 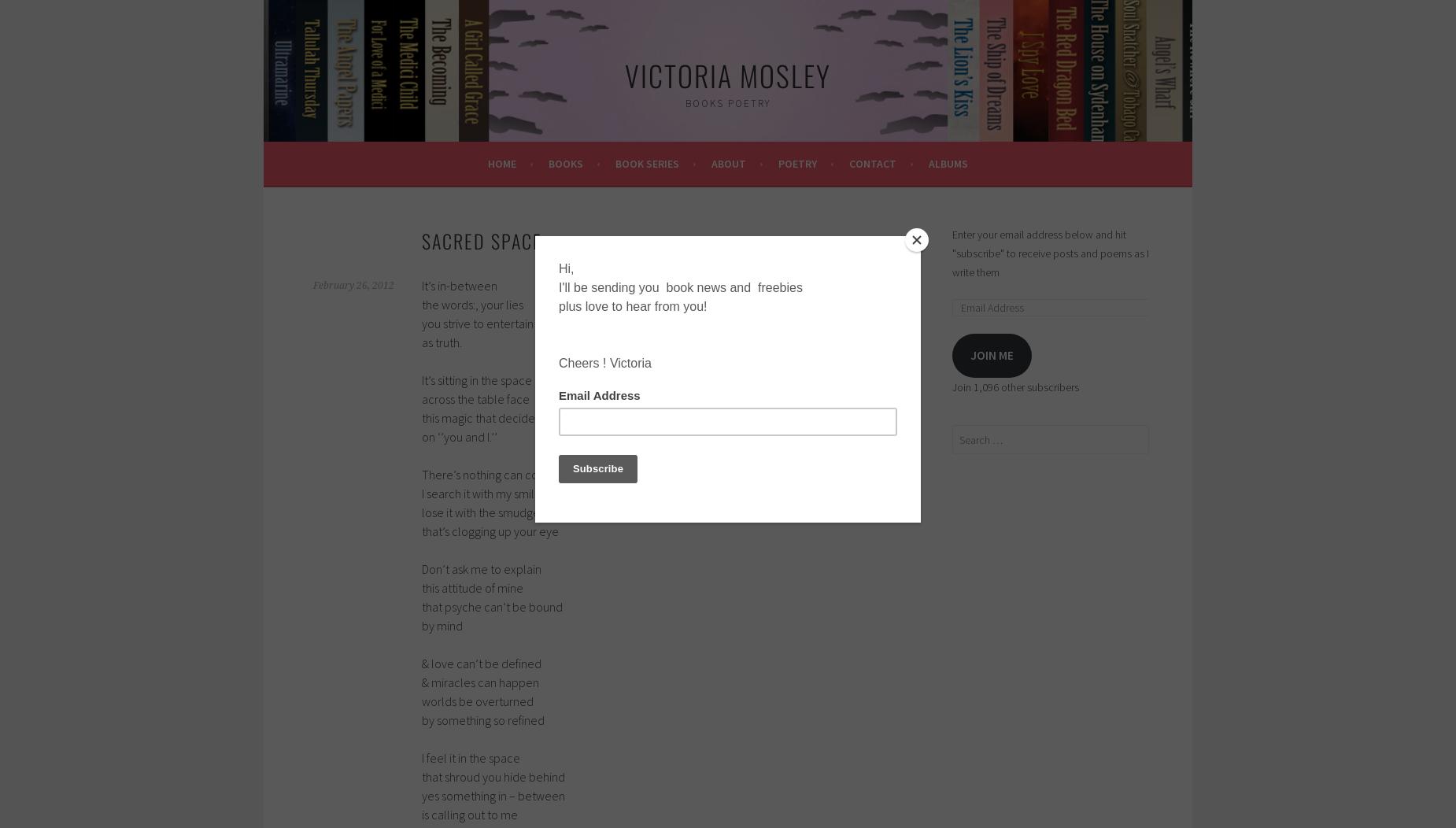 I want to click on 'Join 1,096 other subscribers', so click(x=952, y=386).